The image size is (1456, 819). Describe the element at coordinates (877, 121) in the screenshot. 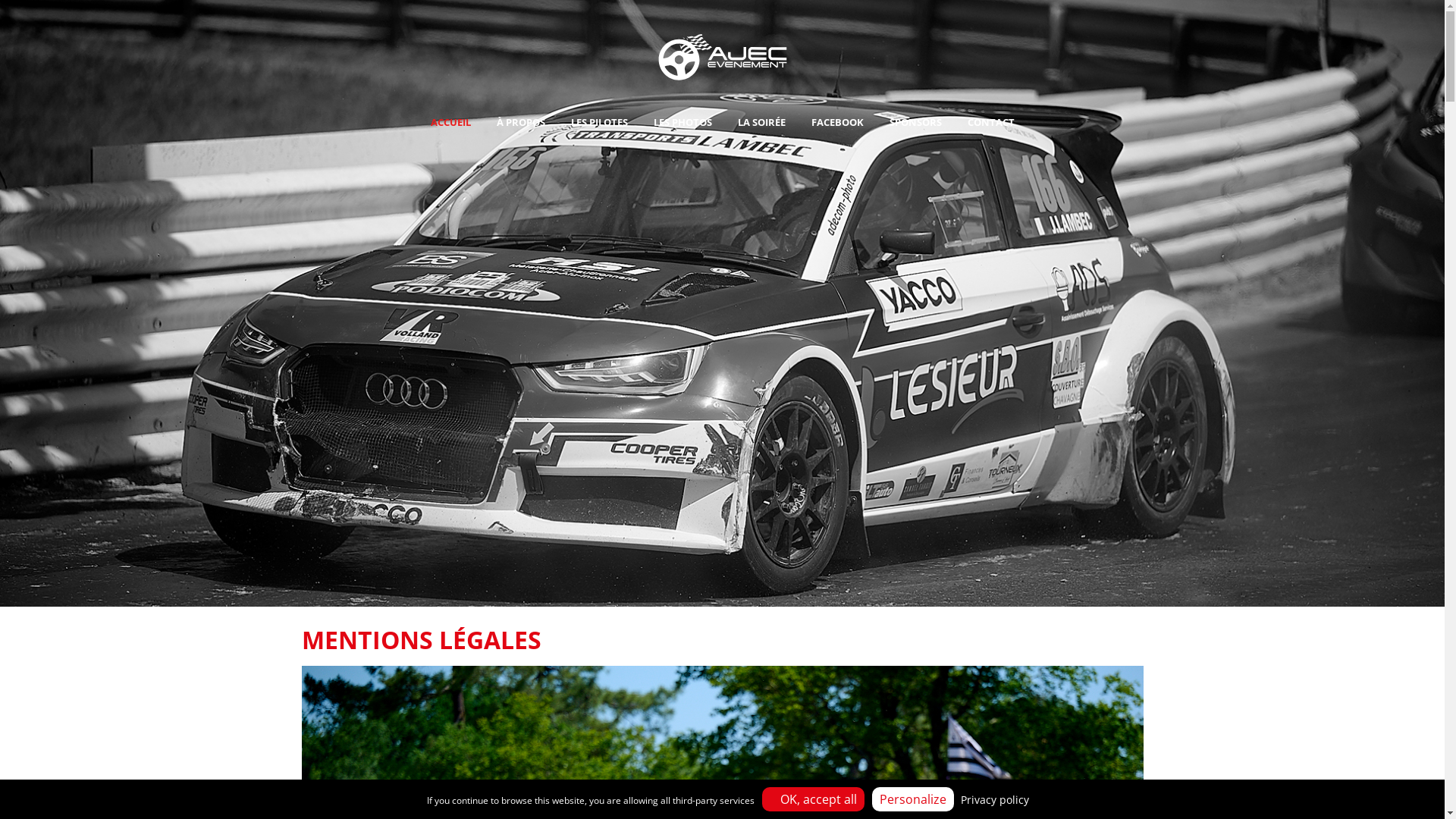

I see `'SPONSORS'` at that location.